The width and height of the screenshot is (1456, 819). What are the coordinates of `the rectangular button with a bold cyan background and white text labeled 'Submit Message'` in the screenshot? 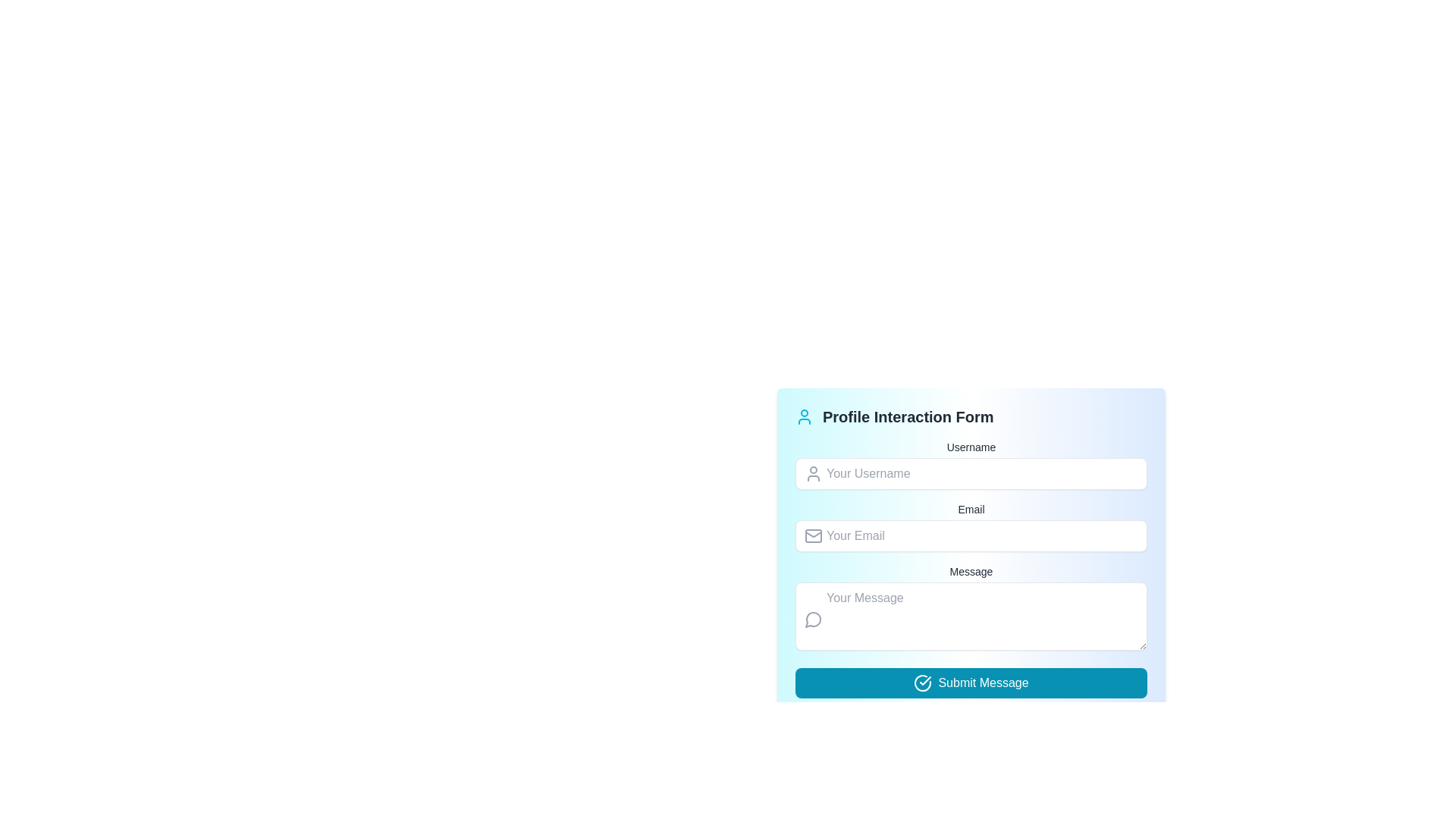 It's located at (971, 683).